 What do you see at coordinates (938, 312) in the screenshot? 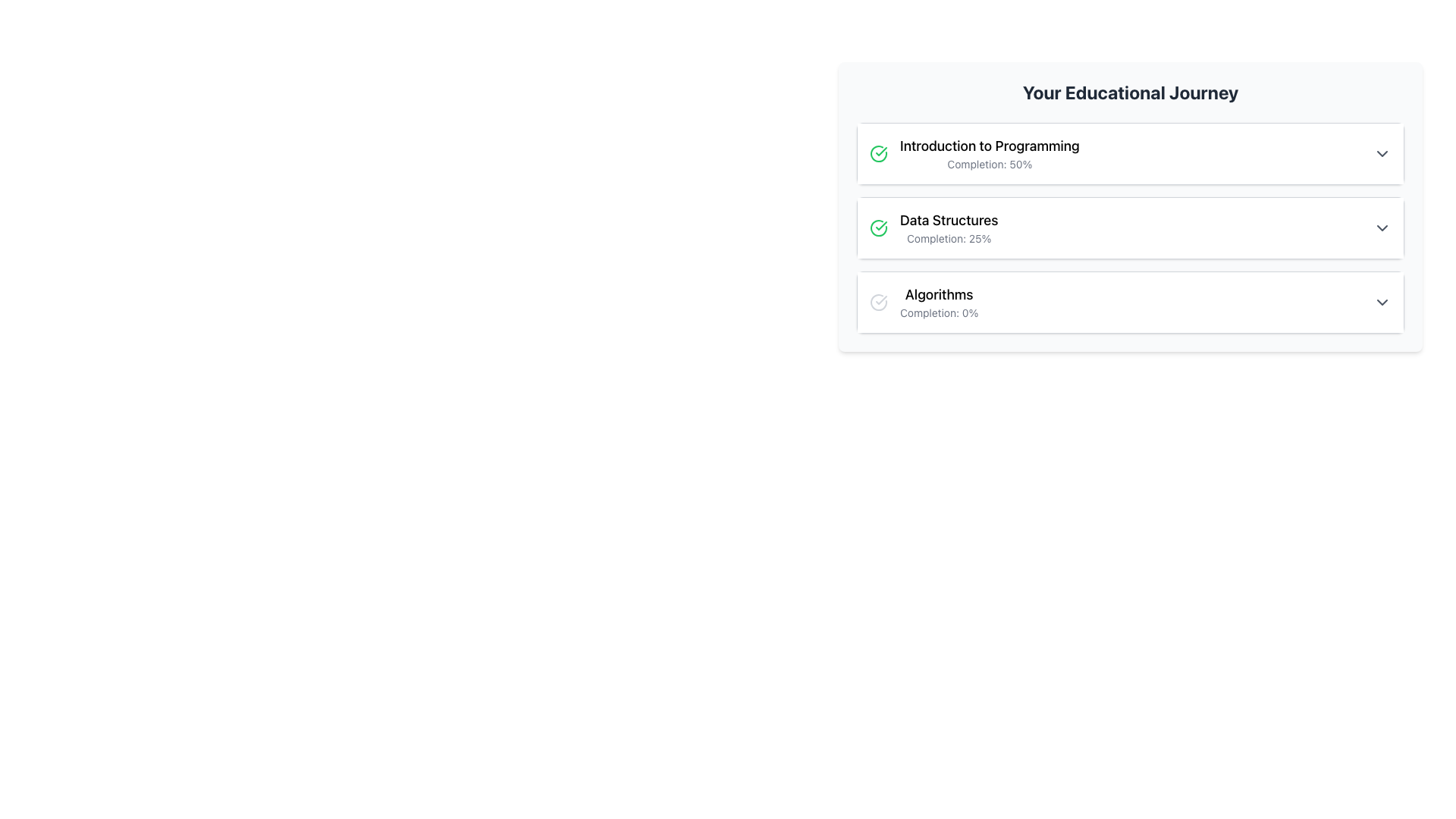
I see `information displayed in the text label that shows 'Completion: 0%', which is styled in small, light gray text below the 'Algorithms' label` at bounding box center [938, 312].